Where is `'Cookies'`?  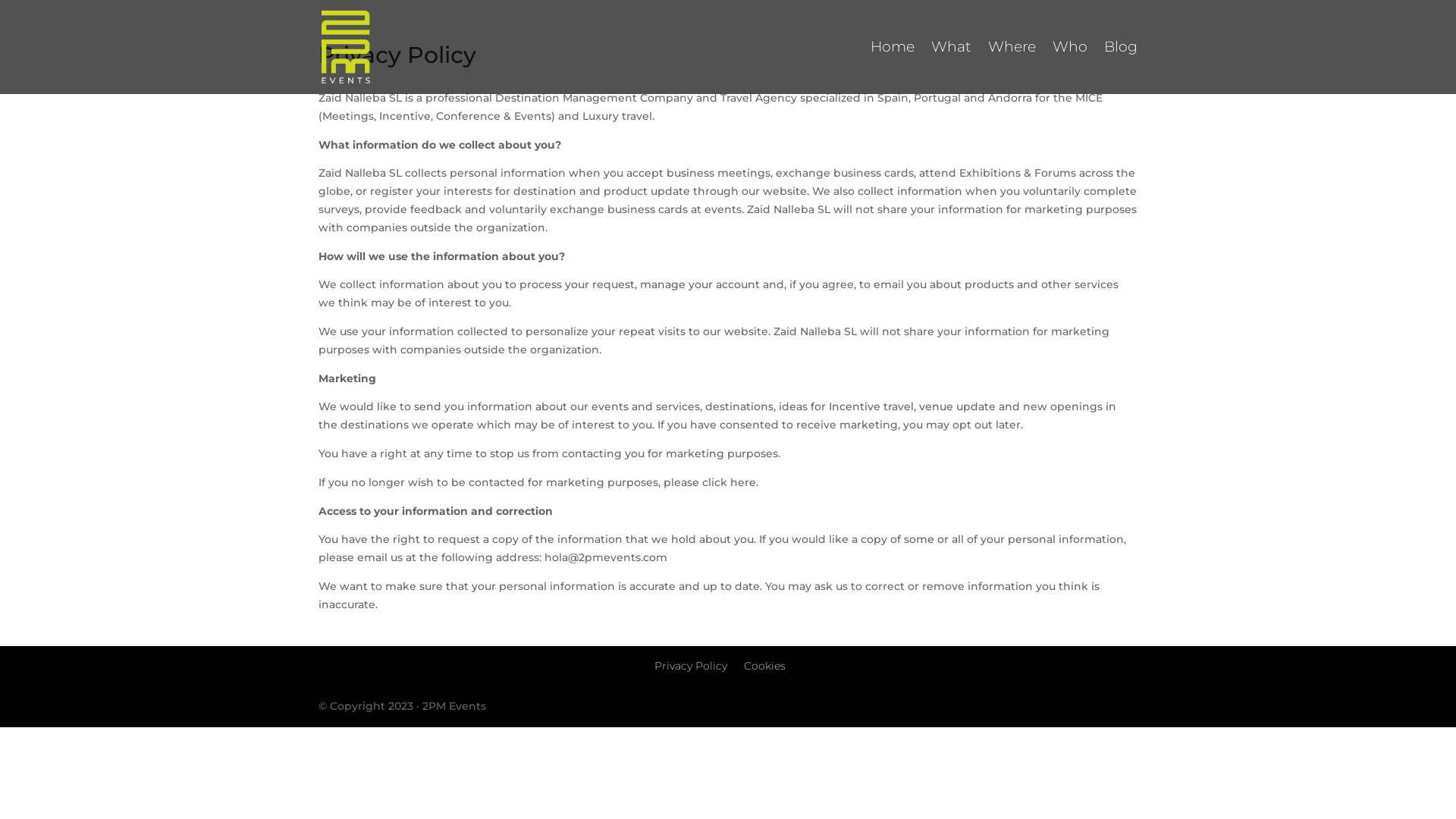 'Cookies' is located at coordinates (764, 665).